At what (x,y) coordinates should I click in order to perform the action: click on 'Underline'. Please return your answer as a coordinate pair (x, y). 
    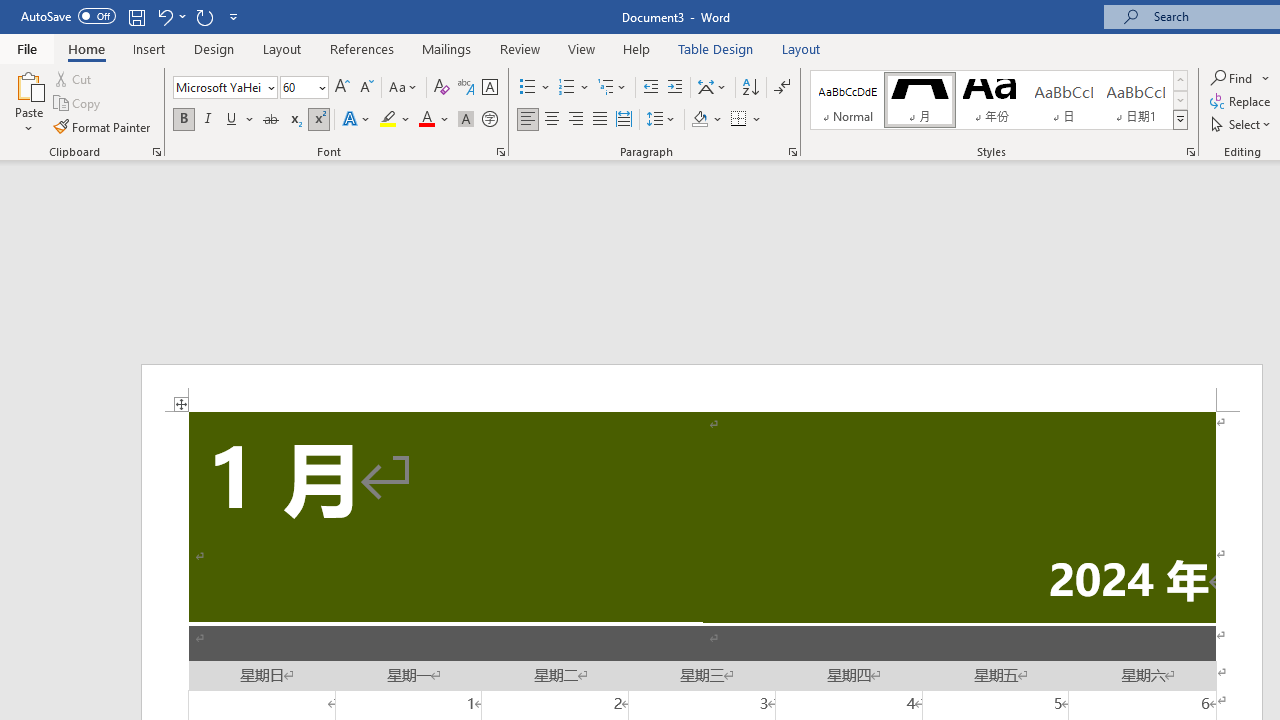
    Looking at the image, I should click on (232, 119).